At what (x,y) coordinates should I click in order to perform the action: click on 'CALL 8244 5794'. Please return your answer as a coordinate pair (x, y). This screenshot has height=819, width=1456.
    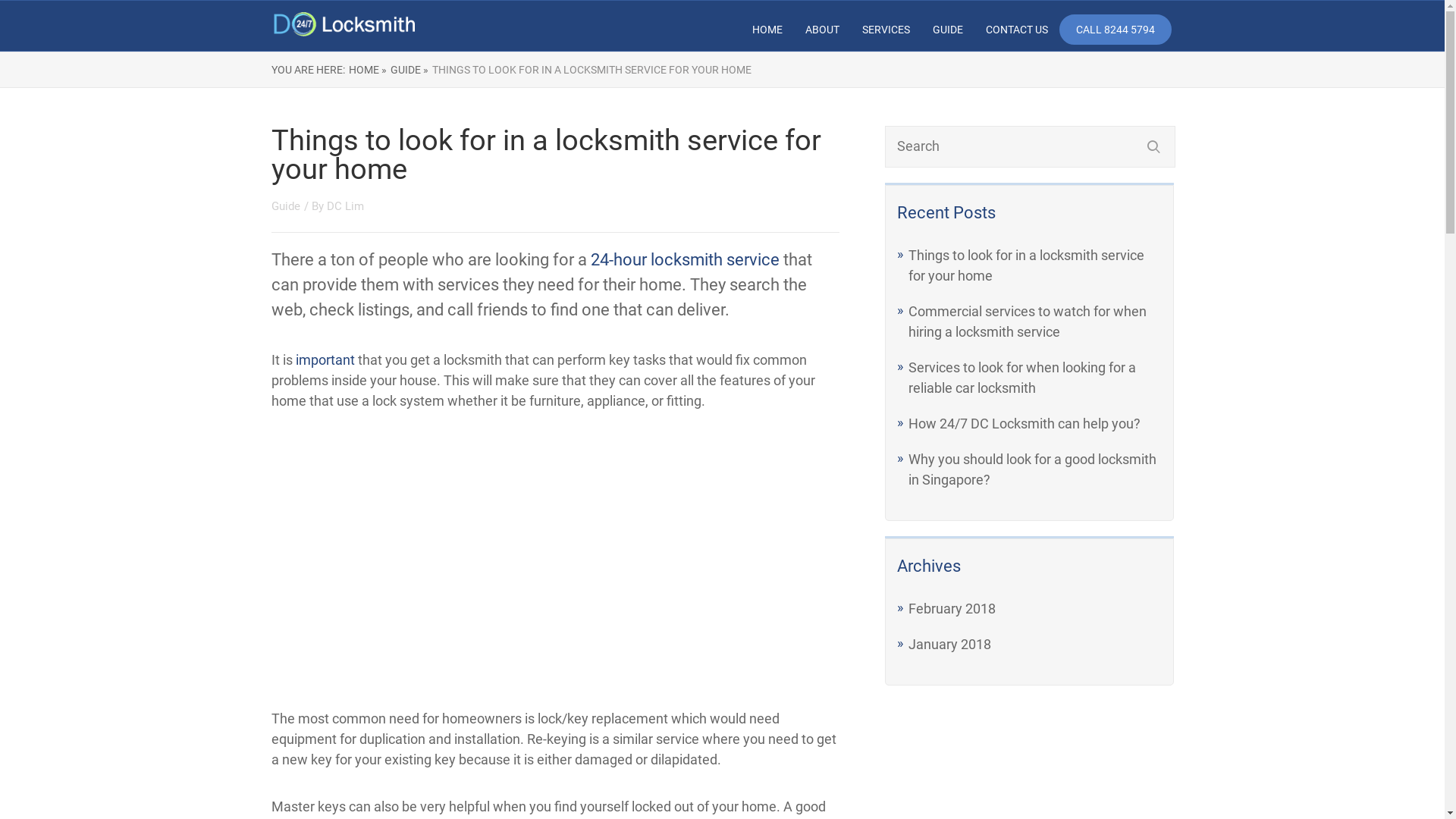
    Looking at the image, I should click on (1115, 29).